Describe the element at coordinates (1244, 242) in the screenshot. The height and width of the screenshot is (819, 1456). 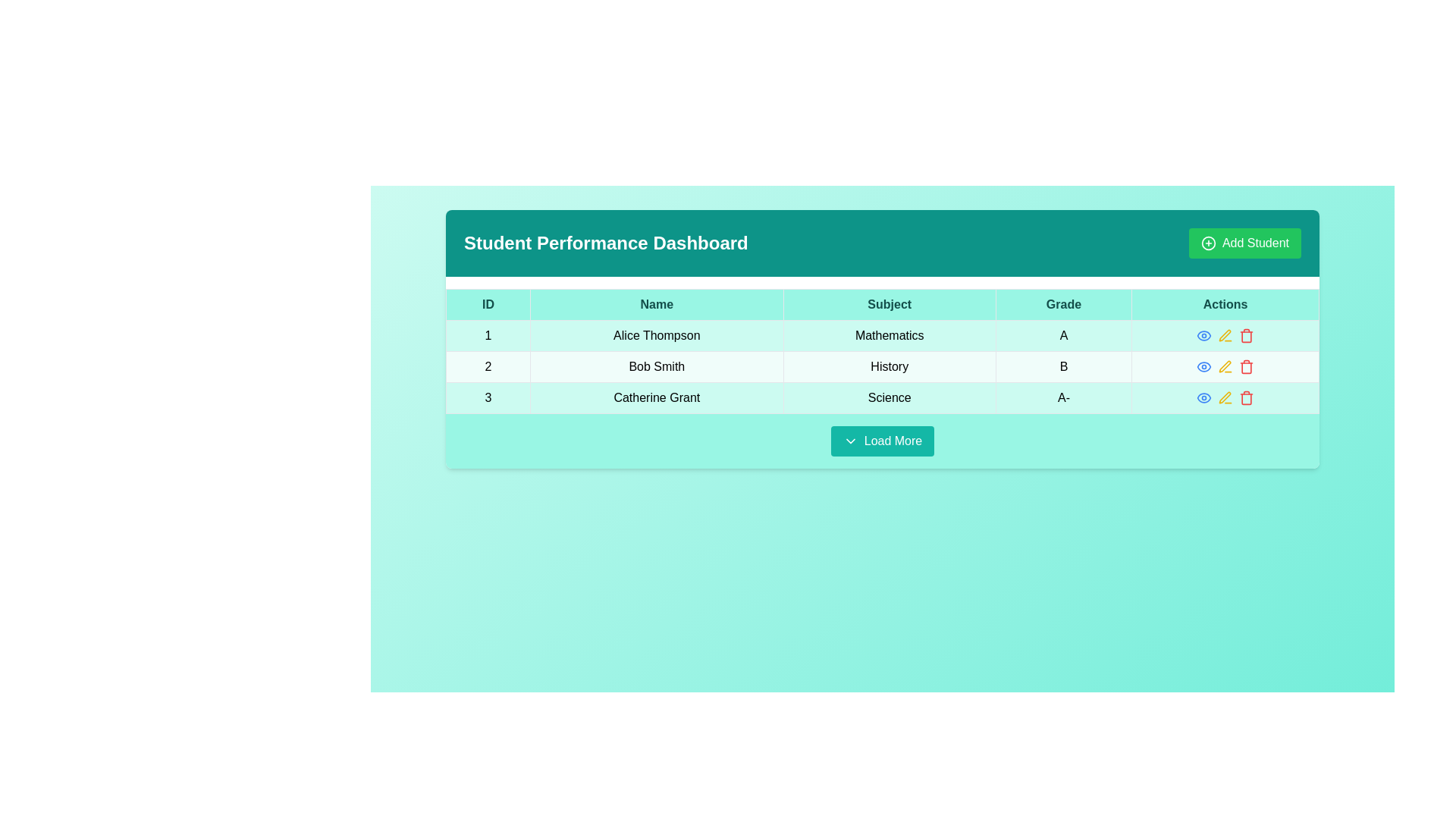
I see `the green rectangular button labeled 'Add Student' at the top right corner of the 'Student Performance Dashboard' to change its color` at that location.